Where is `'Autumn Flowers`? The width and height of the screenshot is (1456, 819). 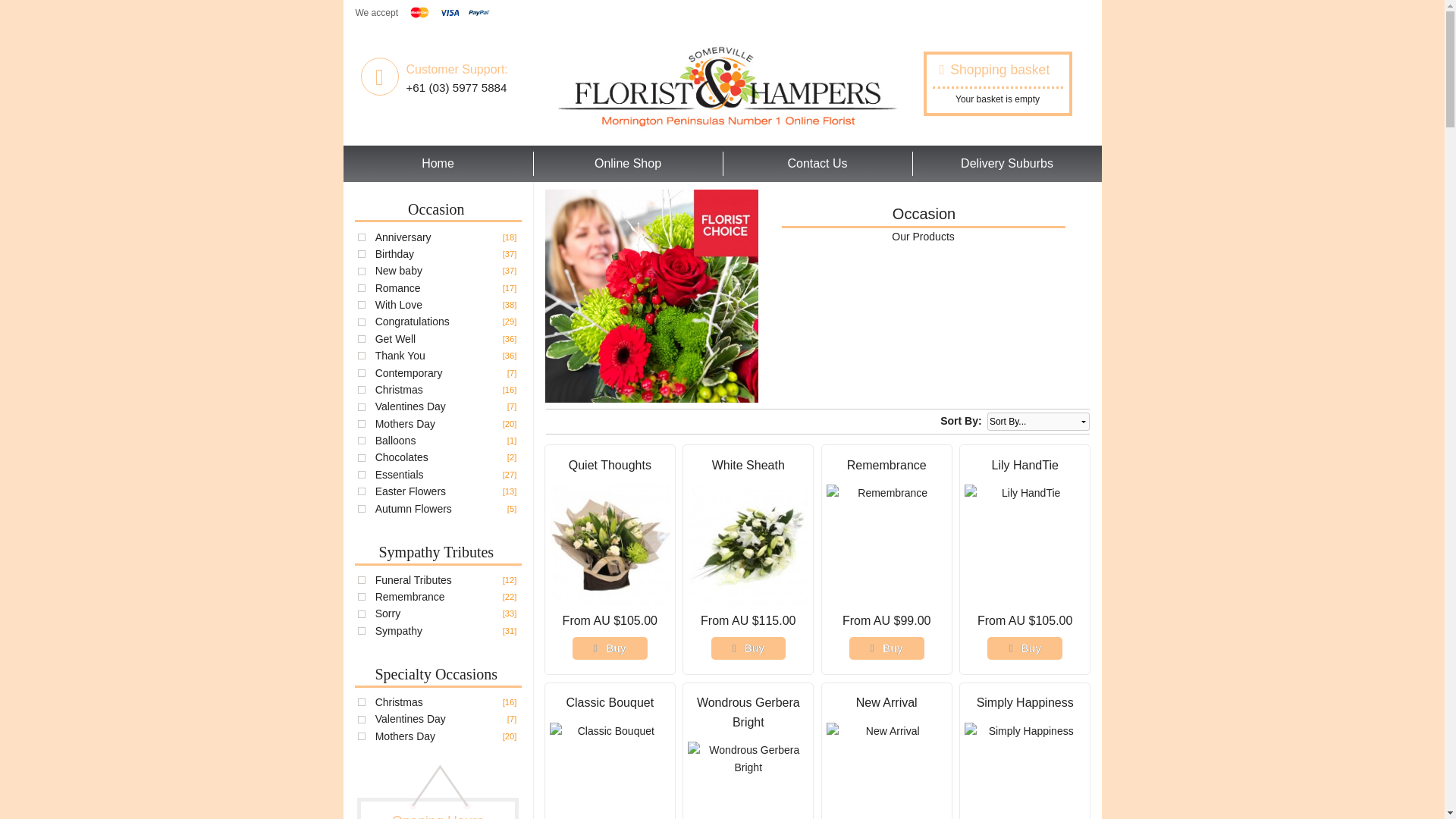 'Autumn Flowers is located at coordinates (413, 509).